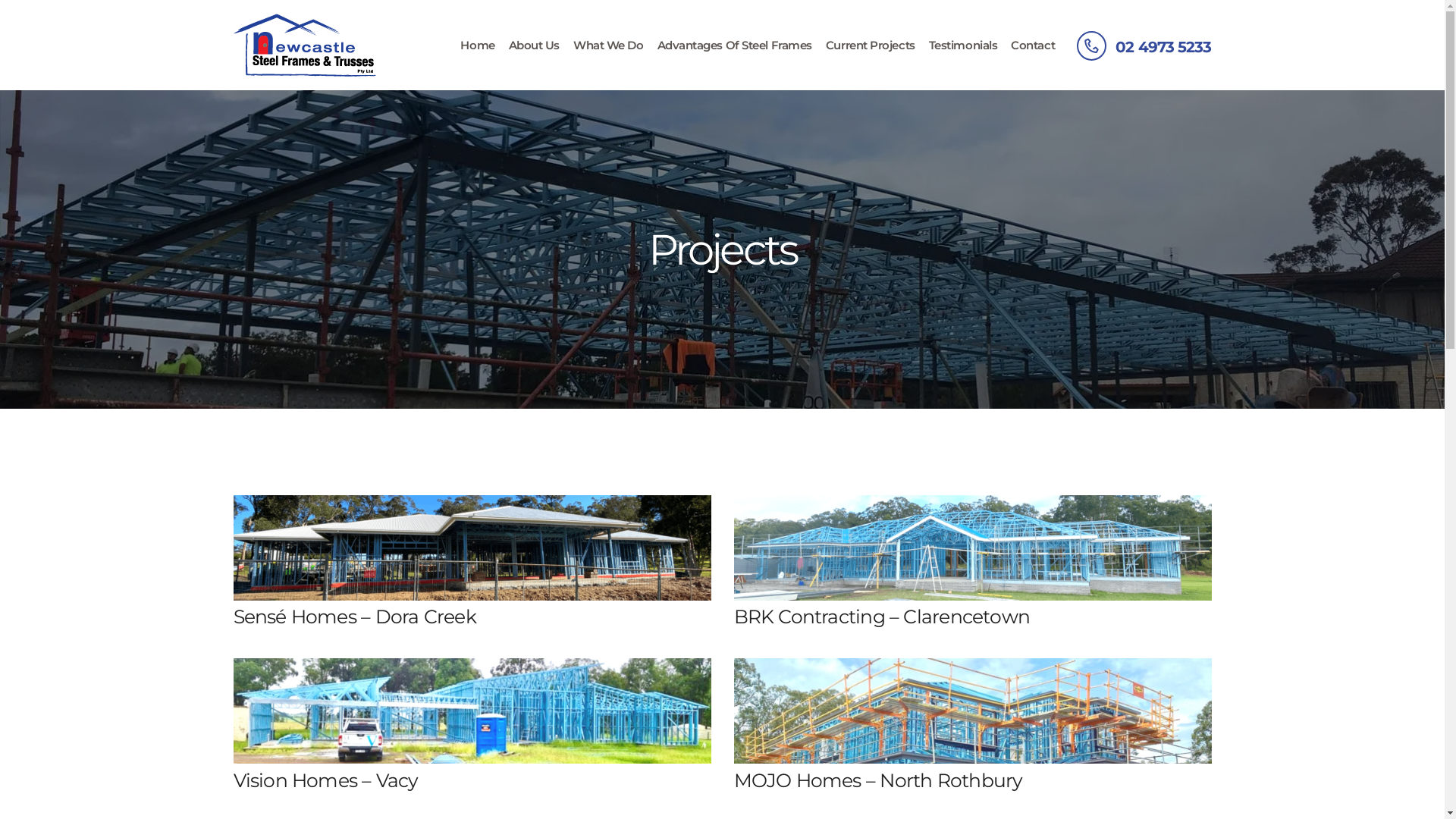  I want to click on 'Current Projects', so click(870, 44).